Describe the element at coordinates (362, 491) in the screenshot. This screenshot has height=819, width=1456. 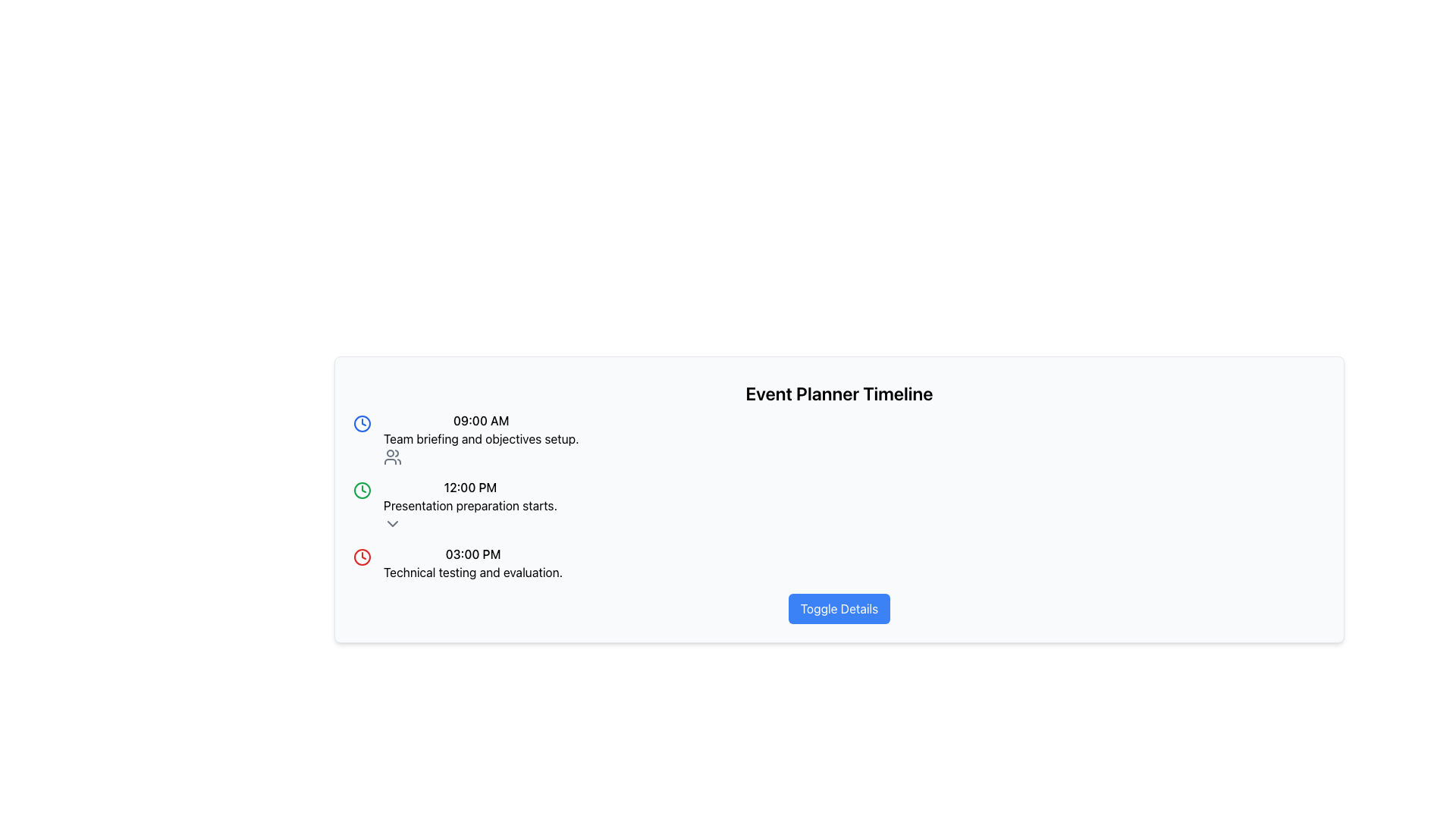
I see `the green clock icon located to the left of the '12:00 PM Presentation preparation starts.' text in the event planner timeline interface` at that location.